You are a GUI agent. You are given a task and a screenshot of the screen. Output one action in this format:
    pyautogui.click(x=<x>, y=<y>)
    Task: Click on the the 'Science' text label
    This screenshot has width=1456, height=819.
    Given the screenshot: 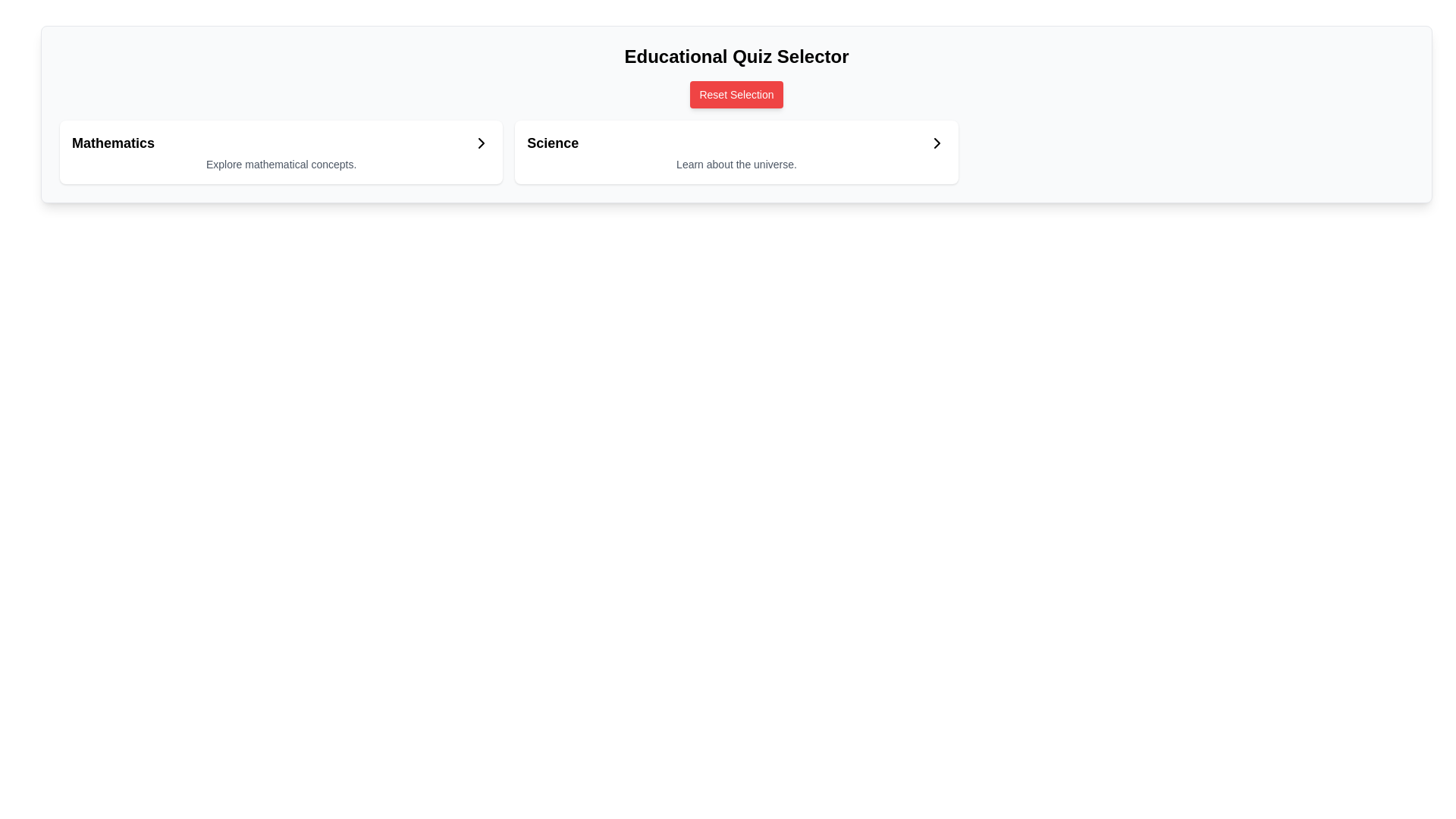 What is the action you would take?
    pyautogui.click(x=552, y=143)
    